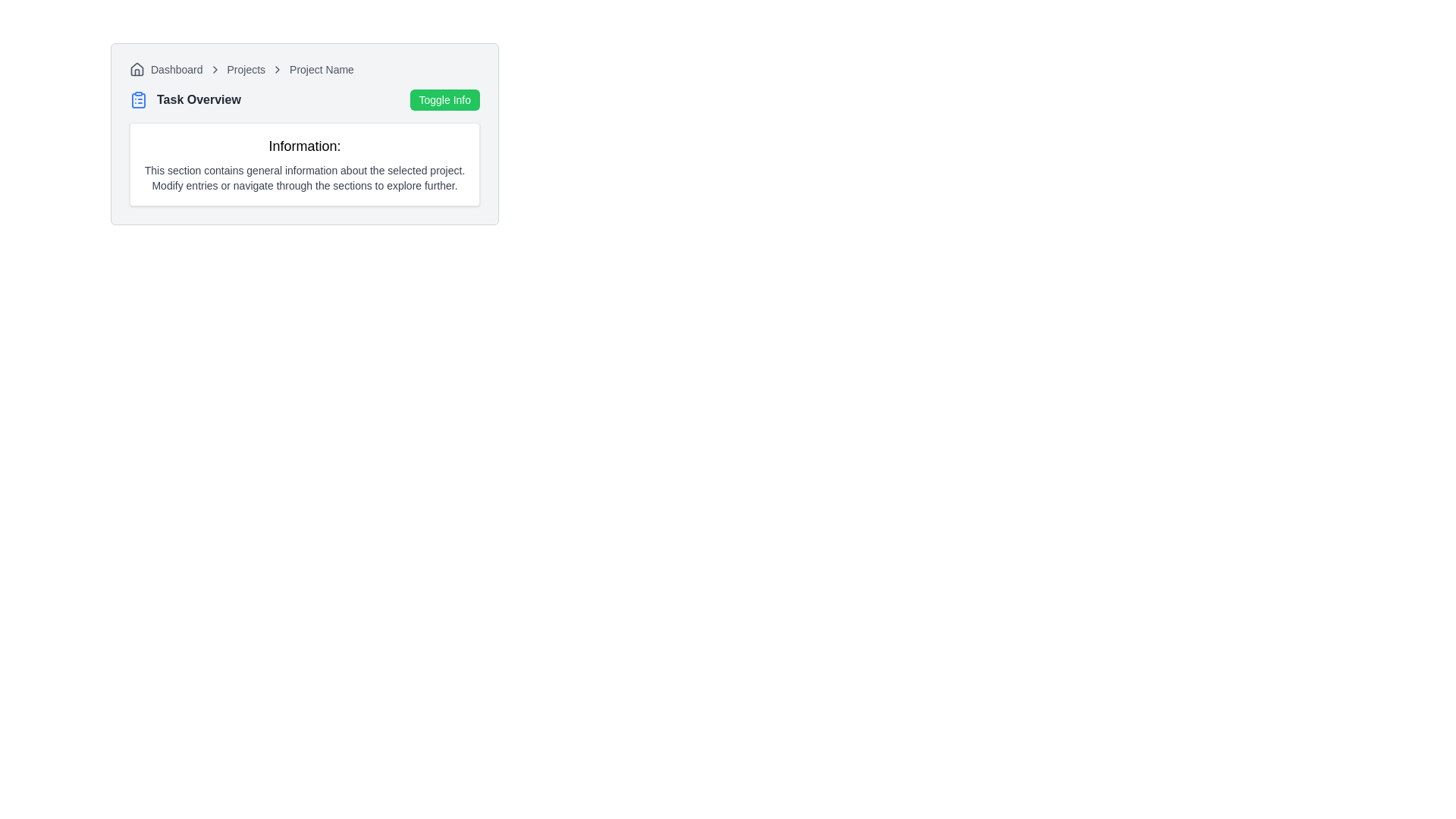 Image resolution: width=1456 pixels, height=819 pixels. Describe the element at coordinates (278, 70) in the screenshot. I see `the third chevron icon in the breadcrumb navigation, which separates 'Projects' and 'Project Name'` at that location.